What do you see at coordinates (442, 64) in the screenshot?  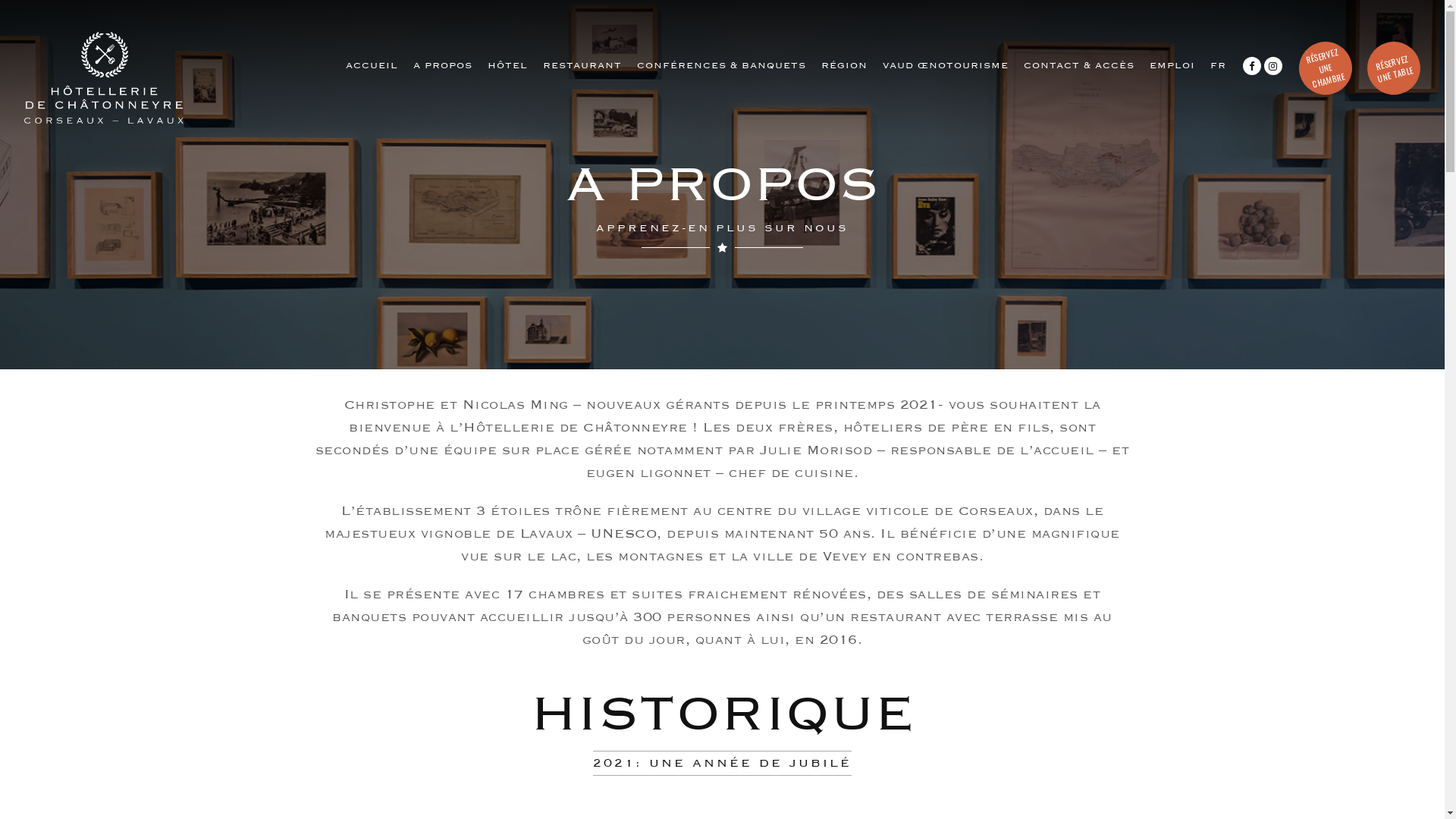 I see `'A PROPOS'` at bounding box center [442, 64].